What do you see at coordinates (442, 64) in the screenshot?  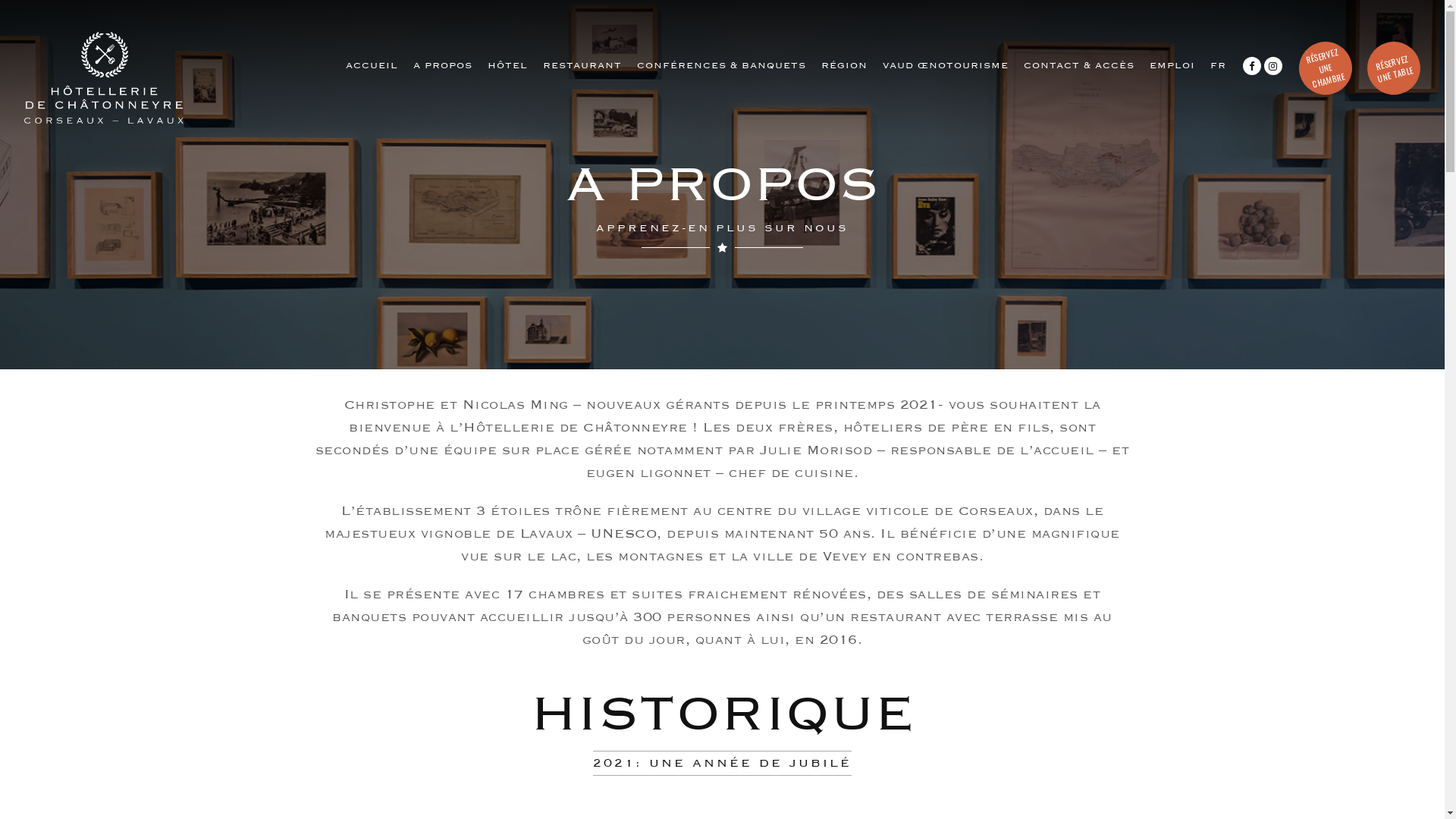 I see `'A PROPOS'` at bounding box center [442, 64].